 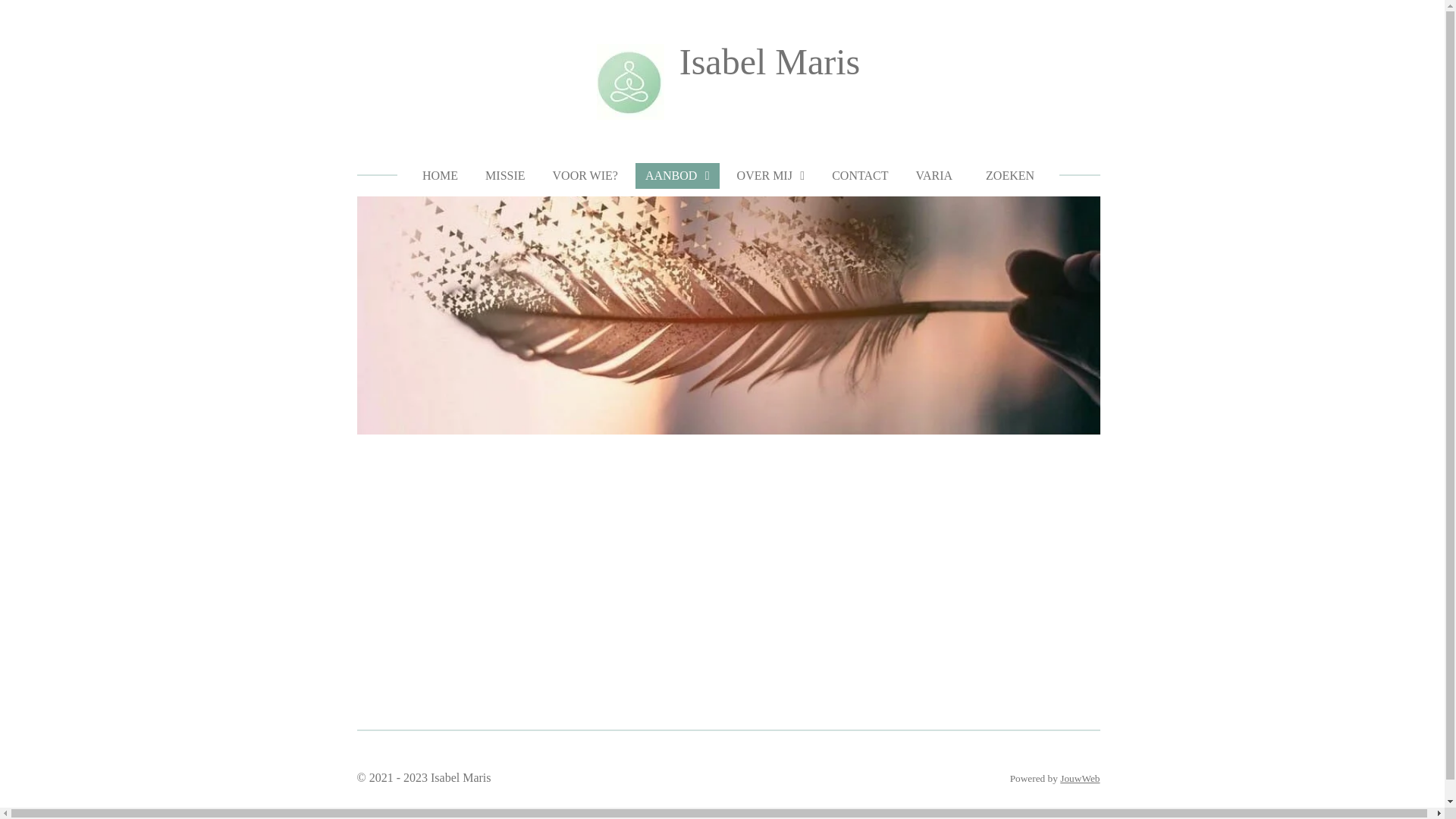 I want to click on 'CONTACT', so click(x=859, y=174).